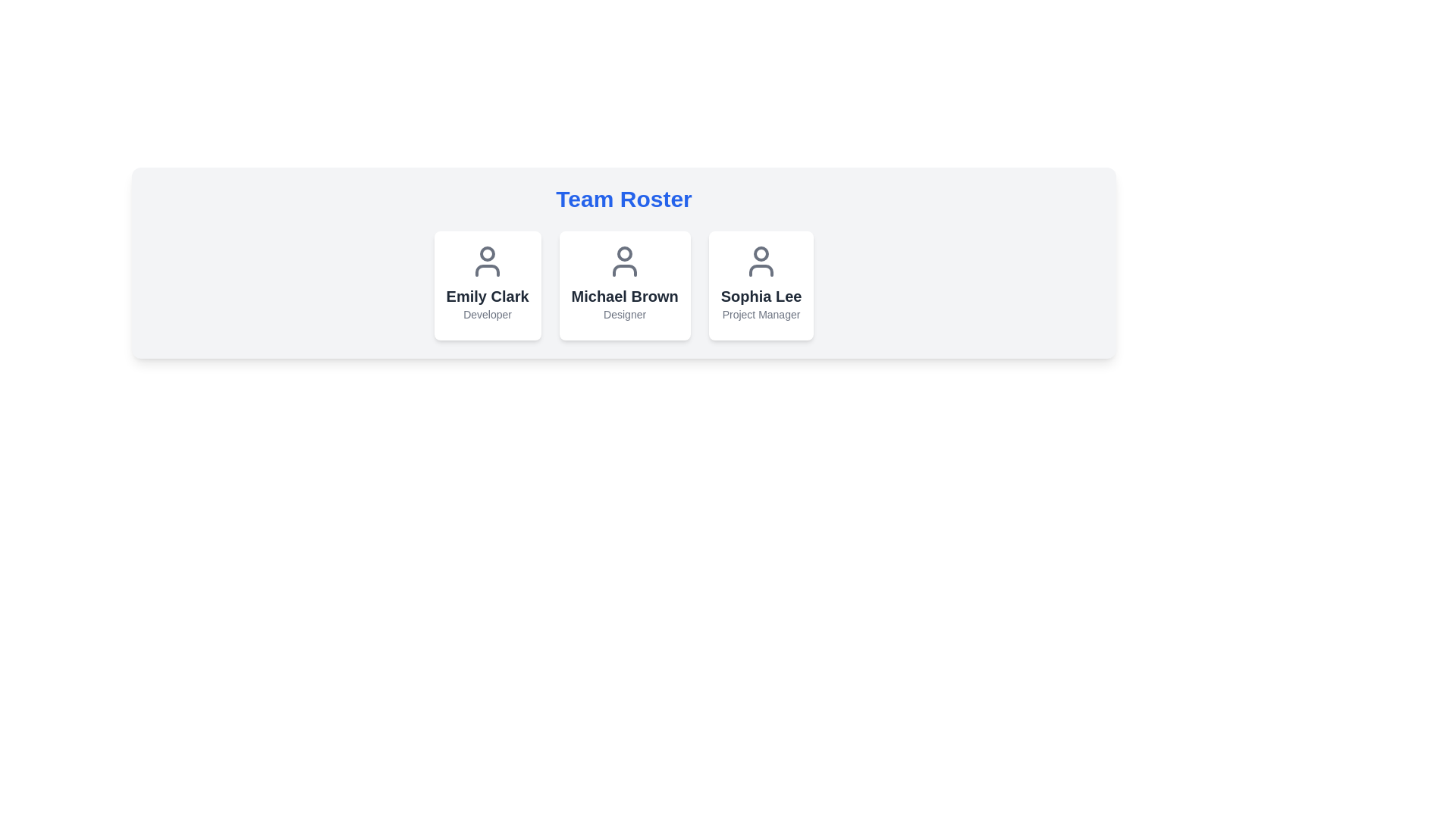  I want to click on text content of the element displaying the name 'Emily Clark', which is centrally located within the team member card, above the subtitle 'Developer', so click(488, 296).